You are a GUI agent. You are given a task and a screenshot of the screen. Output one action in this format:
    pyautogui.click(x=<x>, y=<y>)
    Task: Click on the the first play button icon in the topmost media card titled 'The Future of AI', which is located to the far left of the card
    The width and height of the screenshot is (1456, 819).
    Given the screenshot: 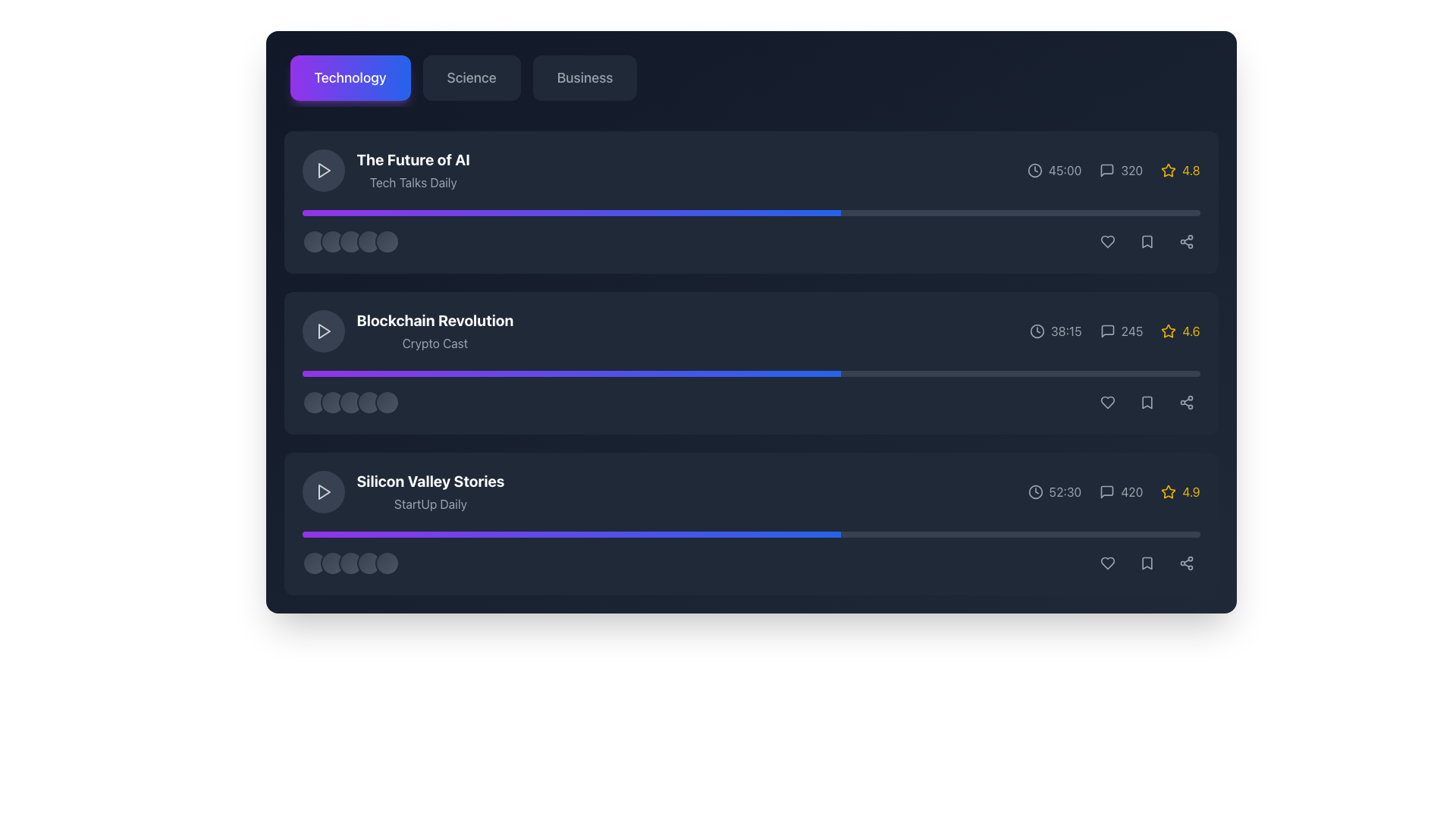 What is the action you would take?
    pyautogui.click(x=323, y=170)
    